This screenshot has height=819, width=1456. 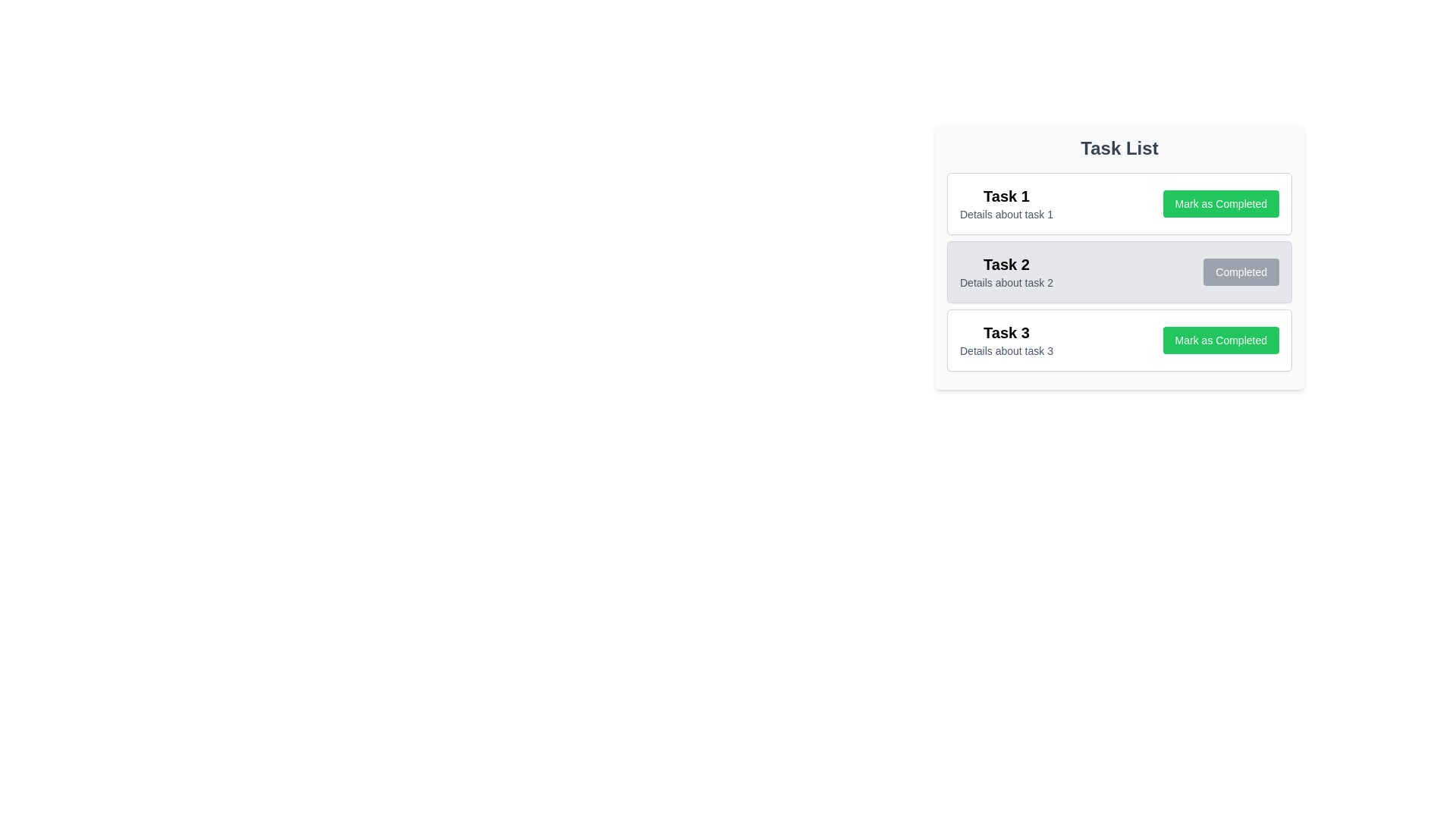 I want to click on the informational text element located beneath the label 'Task 2' in the task list, which provides additional context about the task, so click(x=1006, y=283).